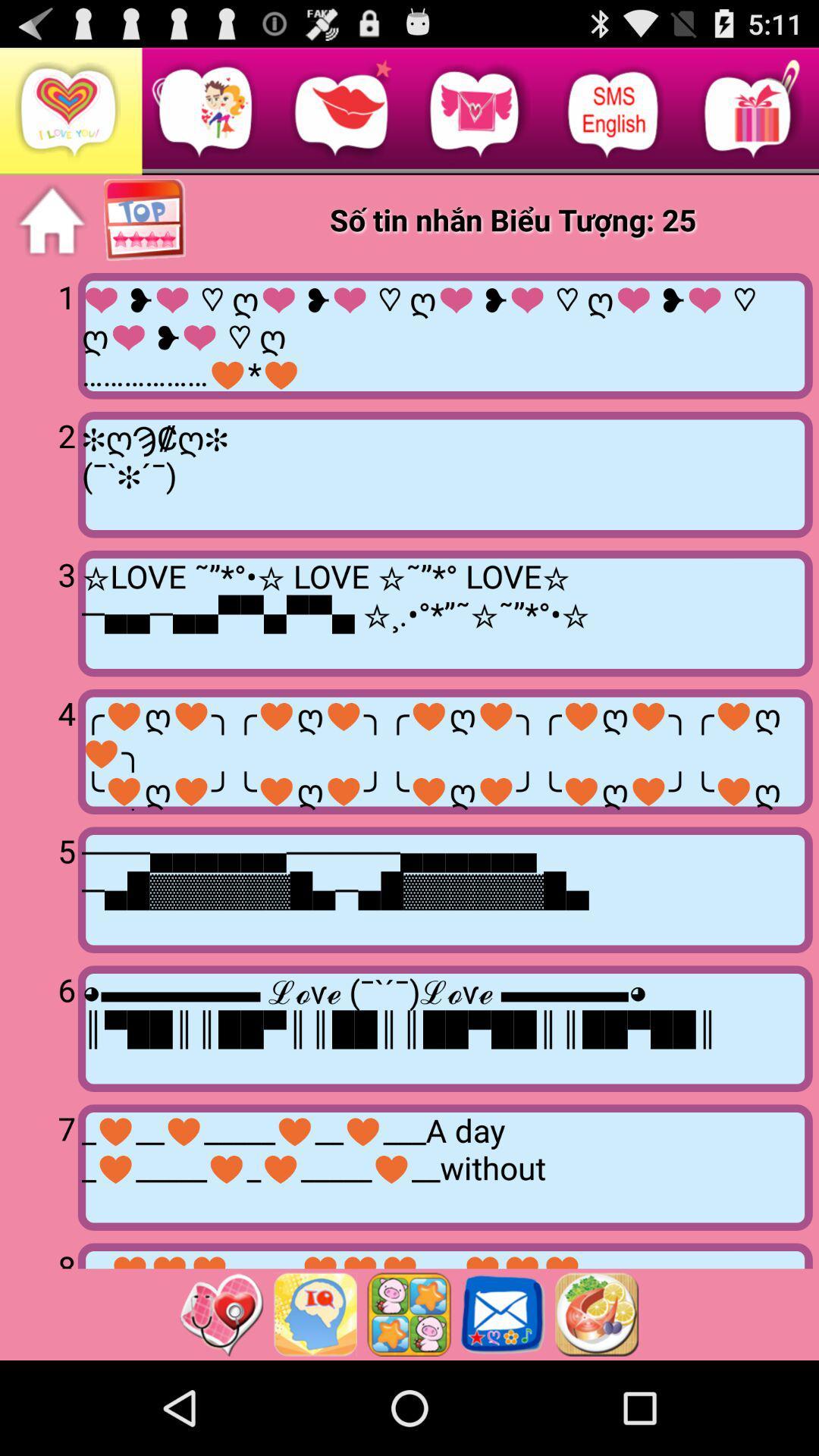  What do you see at coordinates (41, 472) in the screenshot?
I see `2` at bounding box center [41, 472].